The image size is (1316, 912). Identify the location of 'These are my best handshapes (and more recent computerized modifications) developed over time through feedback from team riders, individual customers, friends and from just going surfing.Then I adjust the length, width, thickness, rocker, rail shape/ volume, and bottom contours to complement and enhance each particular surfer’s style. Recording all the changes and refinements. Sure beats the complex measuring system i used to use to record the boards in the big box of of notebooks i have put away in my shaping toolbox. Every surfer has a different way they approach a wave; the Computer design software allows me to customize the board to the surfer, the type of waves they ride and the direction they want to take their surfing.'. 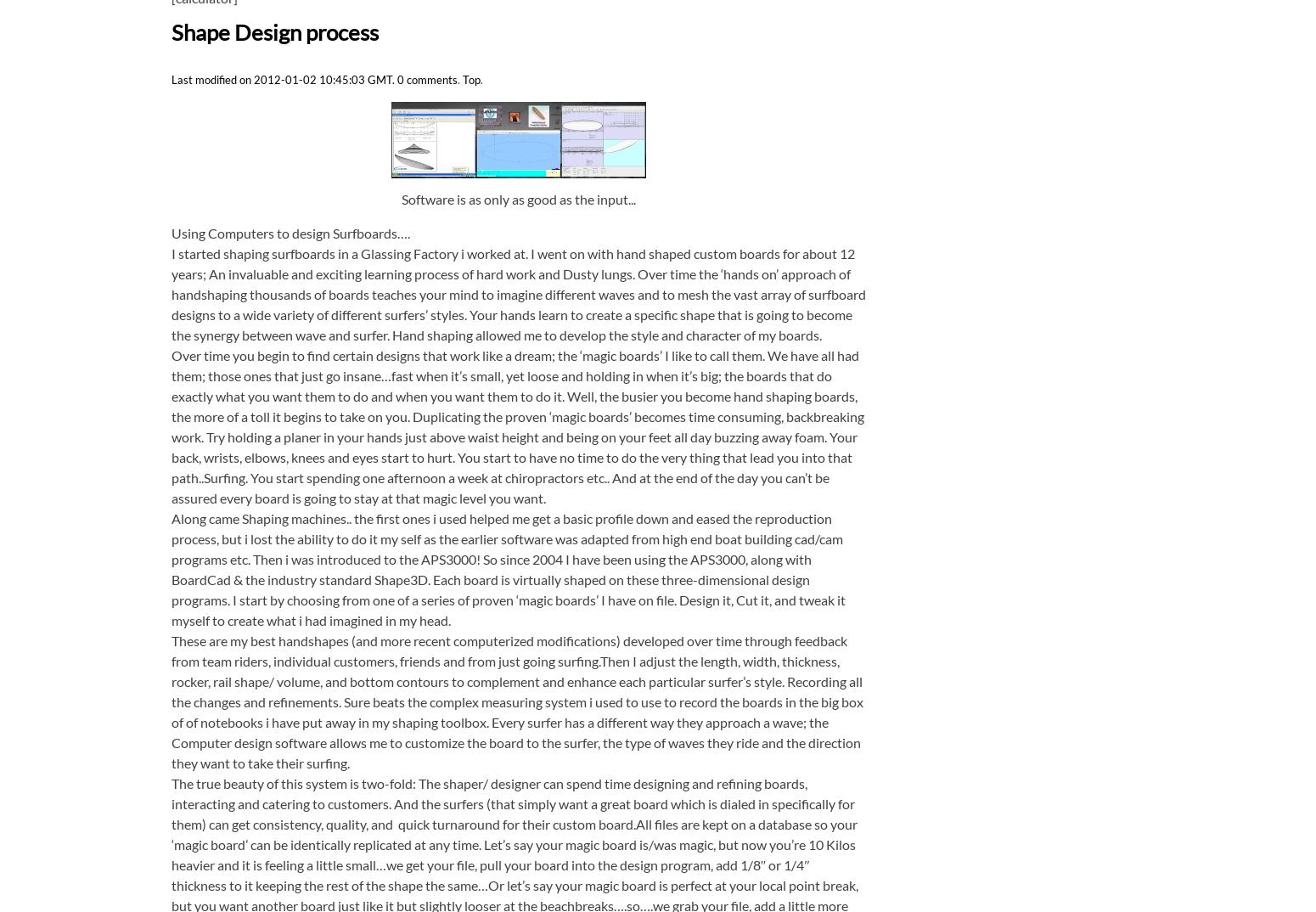
(516, 701).